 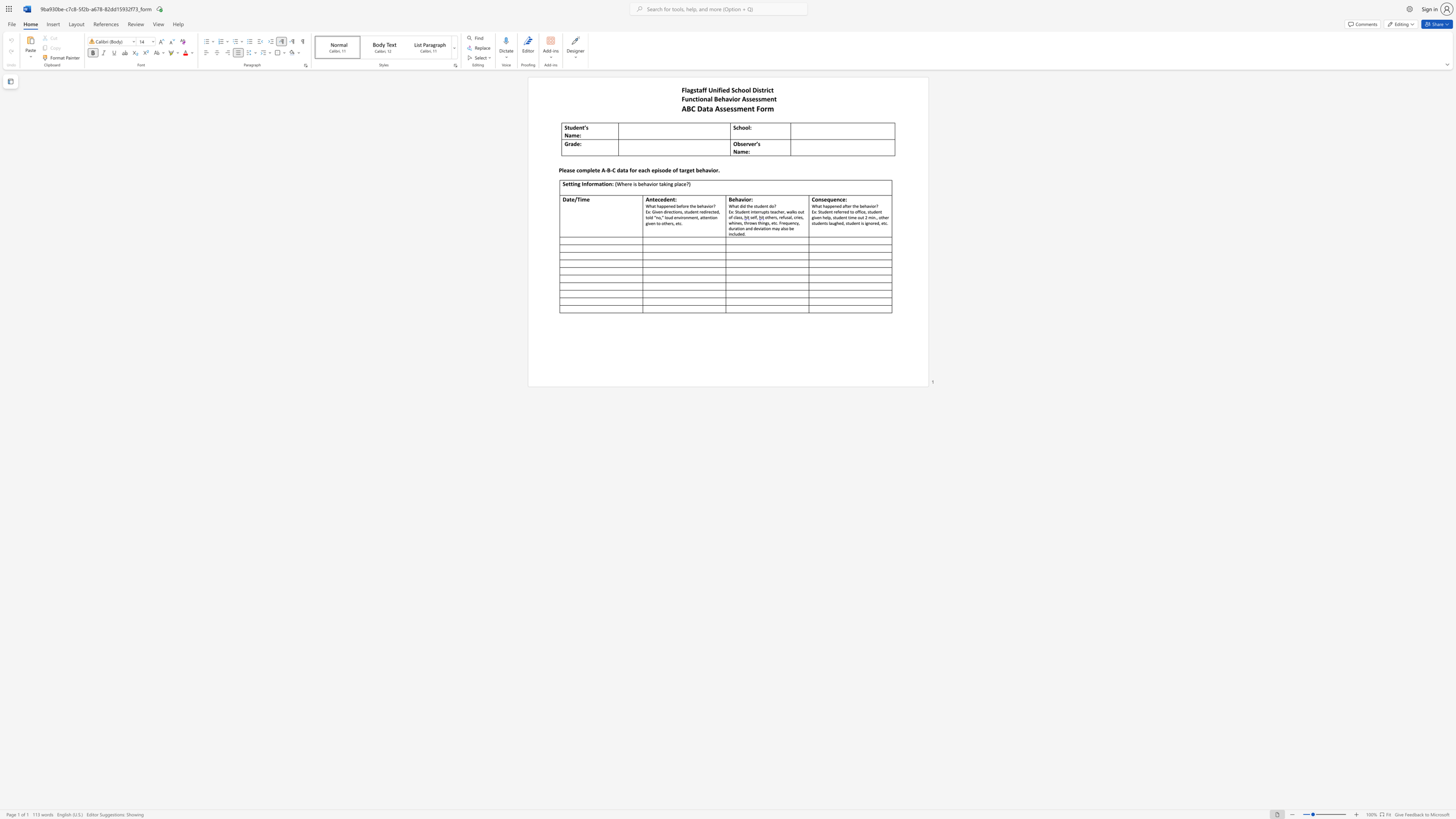 What do you see at coordinates (760, 89) in the screenshot?
I see `the 2th character "s" in the text` at bounding box center [760, 89].